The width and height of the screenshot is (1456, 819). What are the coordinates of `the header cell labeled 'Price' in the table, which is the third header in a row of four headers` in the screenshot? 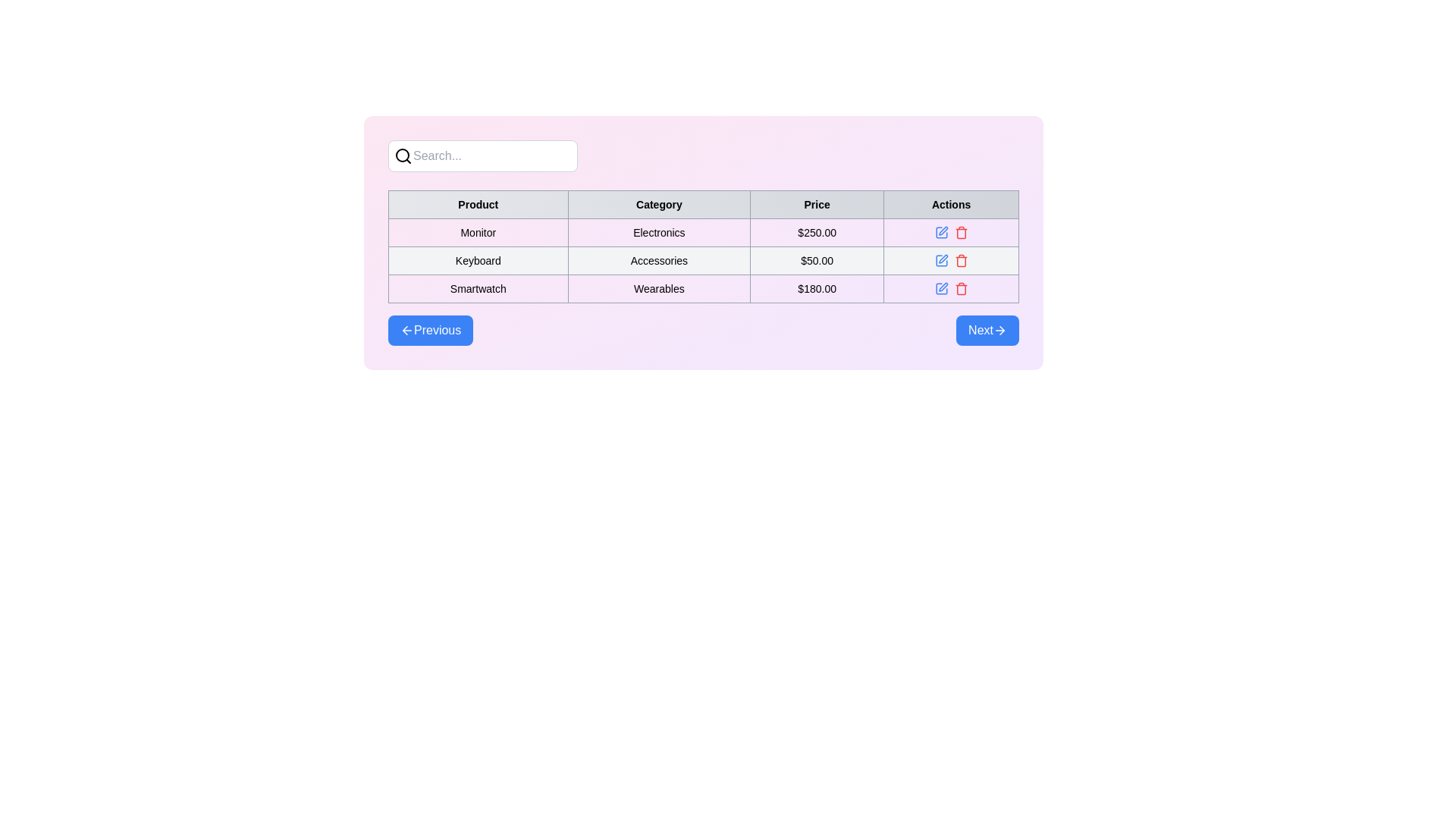 It's located at (816, 205).